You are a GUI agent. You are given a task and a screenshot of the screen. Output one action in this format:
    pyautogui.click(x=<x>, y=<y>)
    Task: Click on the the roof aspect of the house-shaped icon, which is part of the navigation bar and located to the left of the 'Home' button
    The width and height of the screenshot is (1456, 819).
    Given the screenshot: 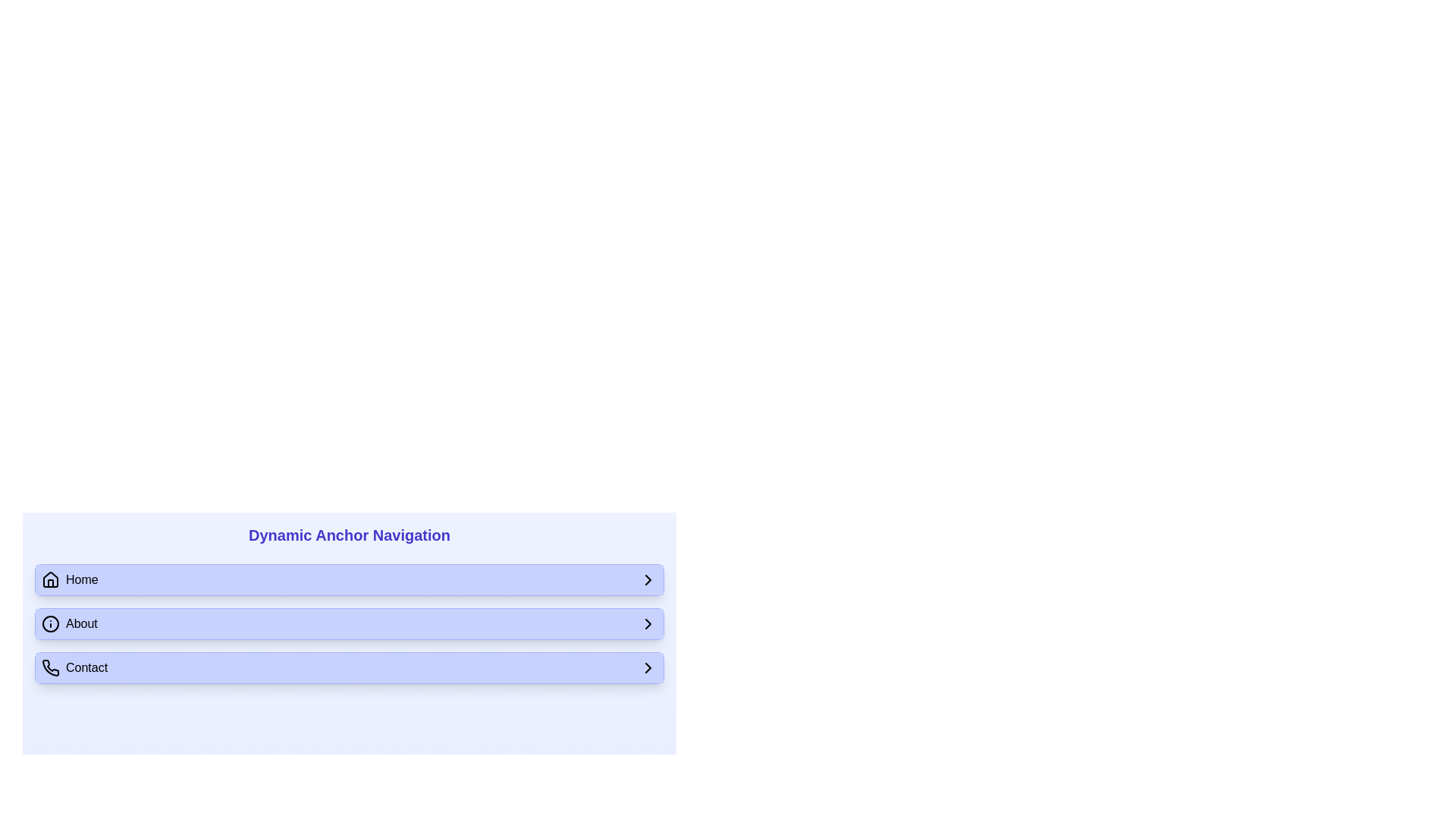 What is the action you would take?
    pyautogui.click(x=51, y=579)
    